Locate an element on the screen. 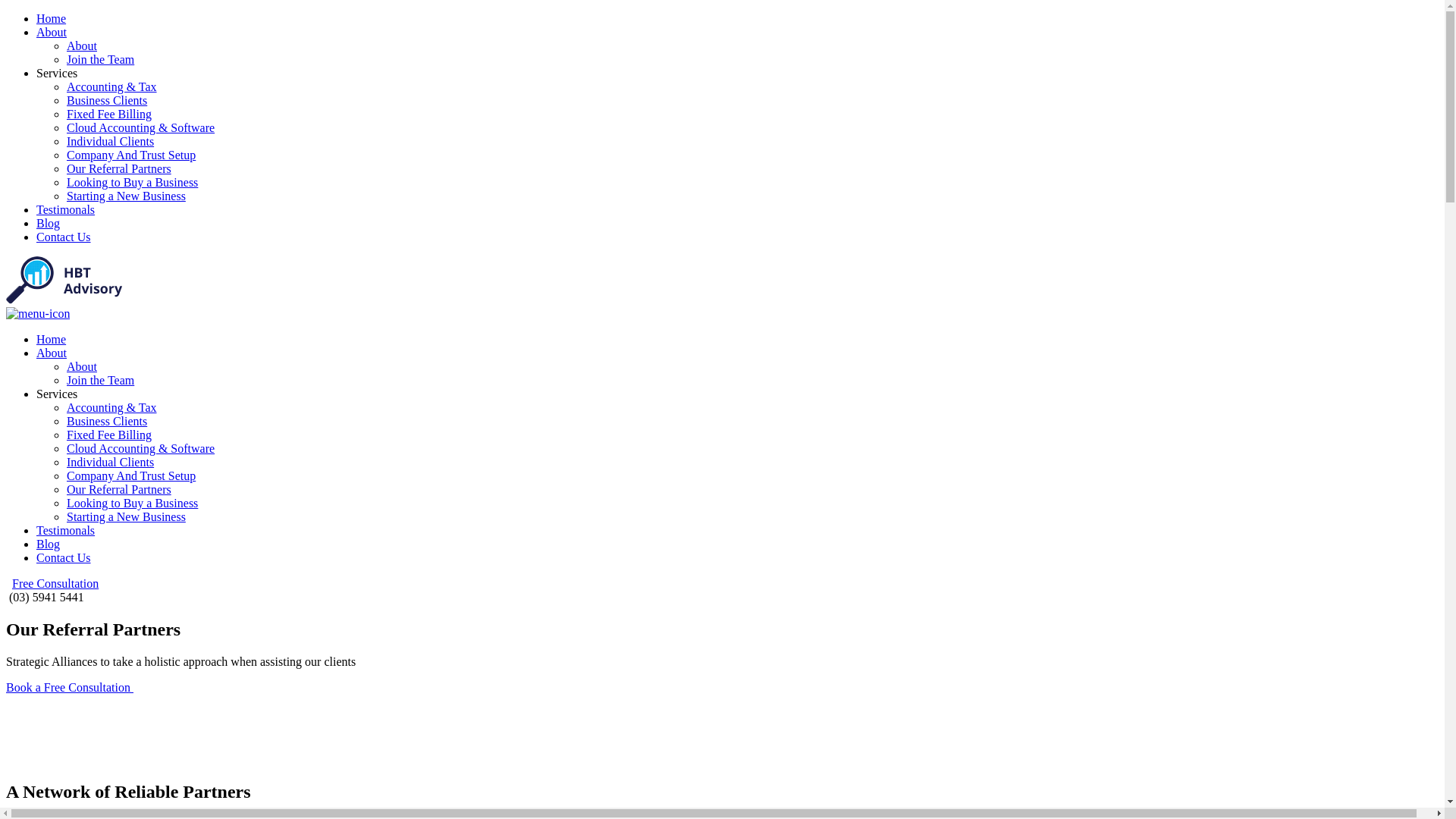  'Company And Trust Setup' is located at coordinates (130, 475).